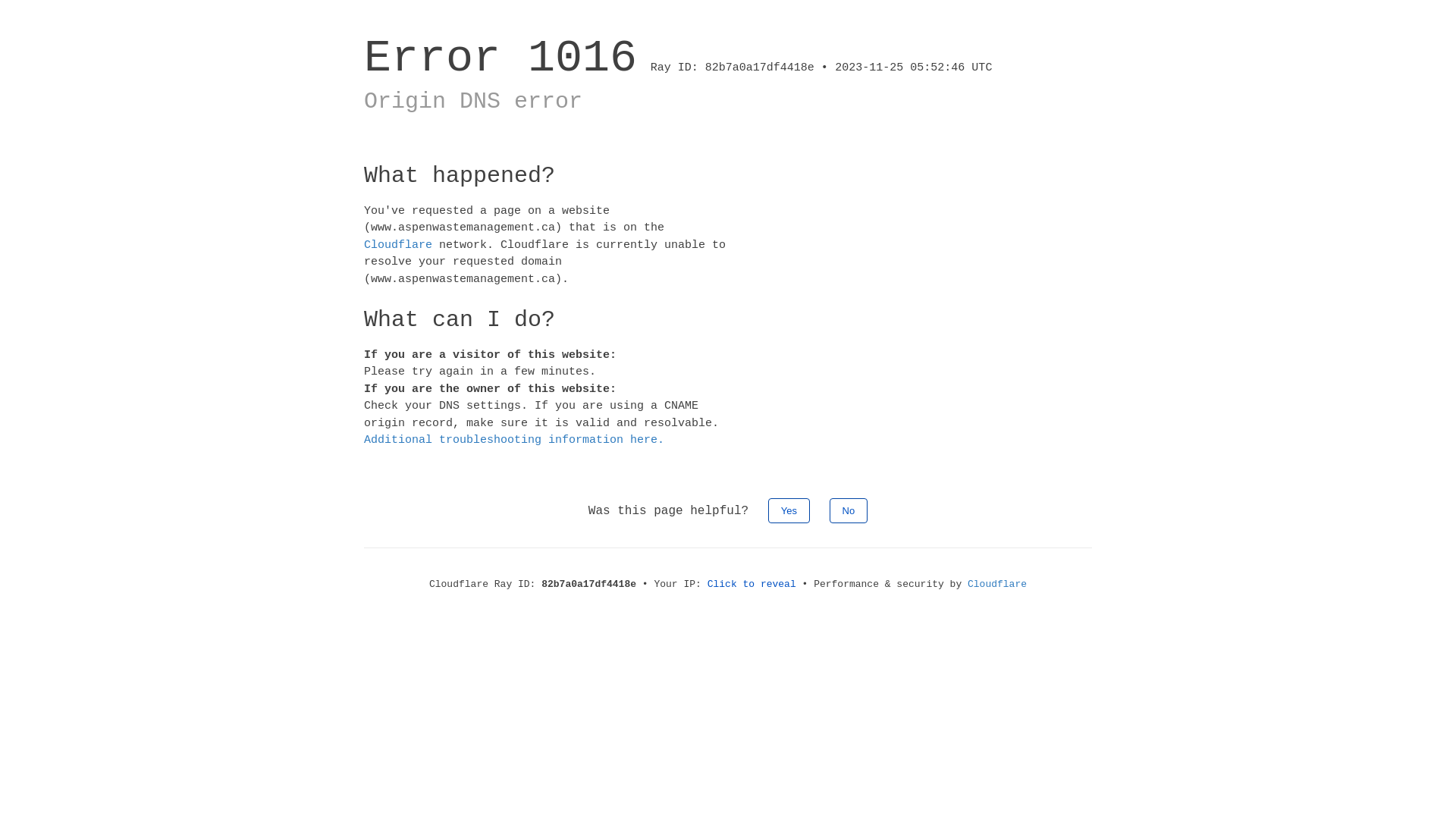 This screenshot has width=1456, height=819. I want to click on 'Additional troubleshooting information here.', so click(513, 440).